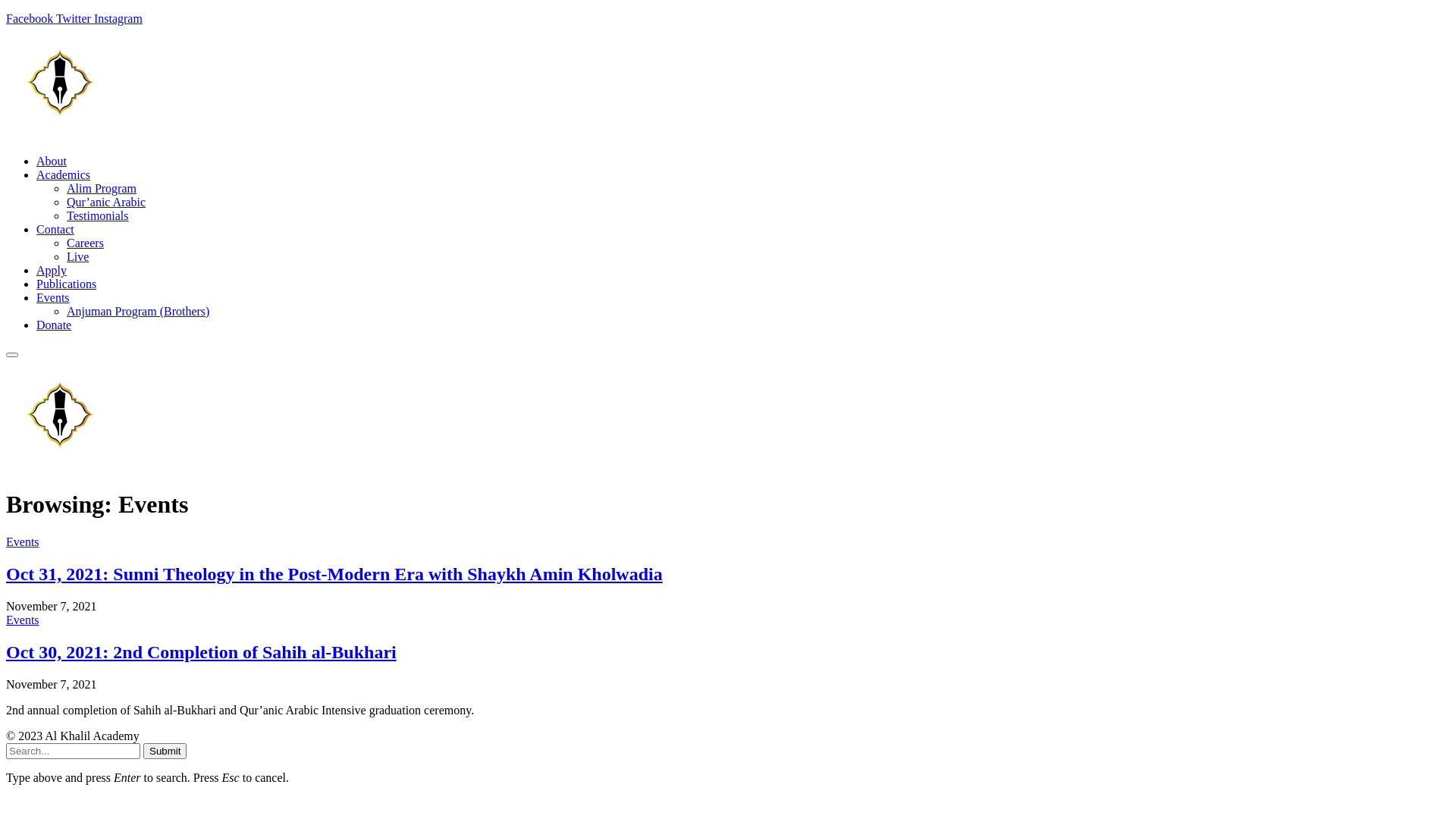 The width and height of the screenshot is (1456, 819). What do you see at coordinates (165, 751) in the screenshot?
I see `'Submit'` at bounding box center [165, 751].